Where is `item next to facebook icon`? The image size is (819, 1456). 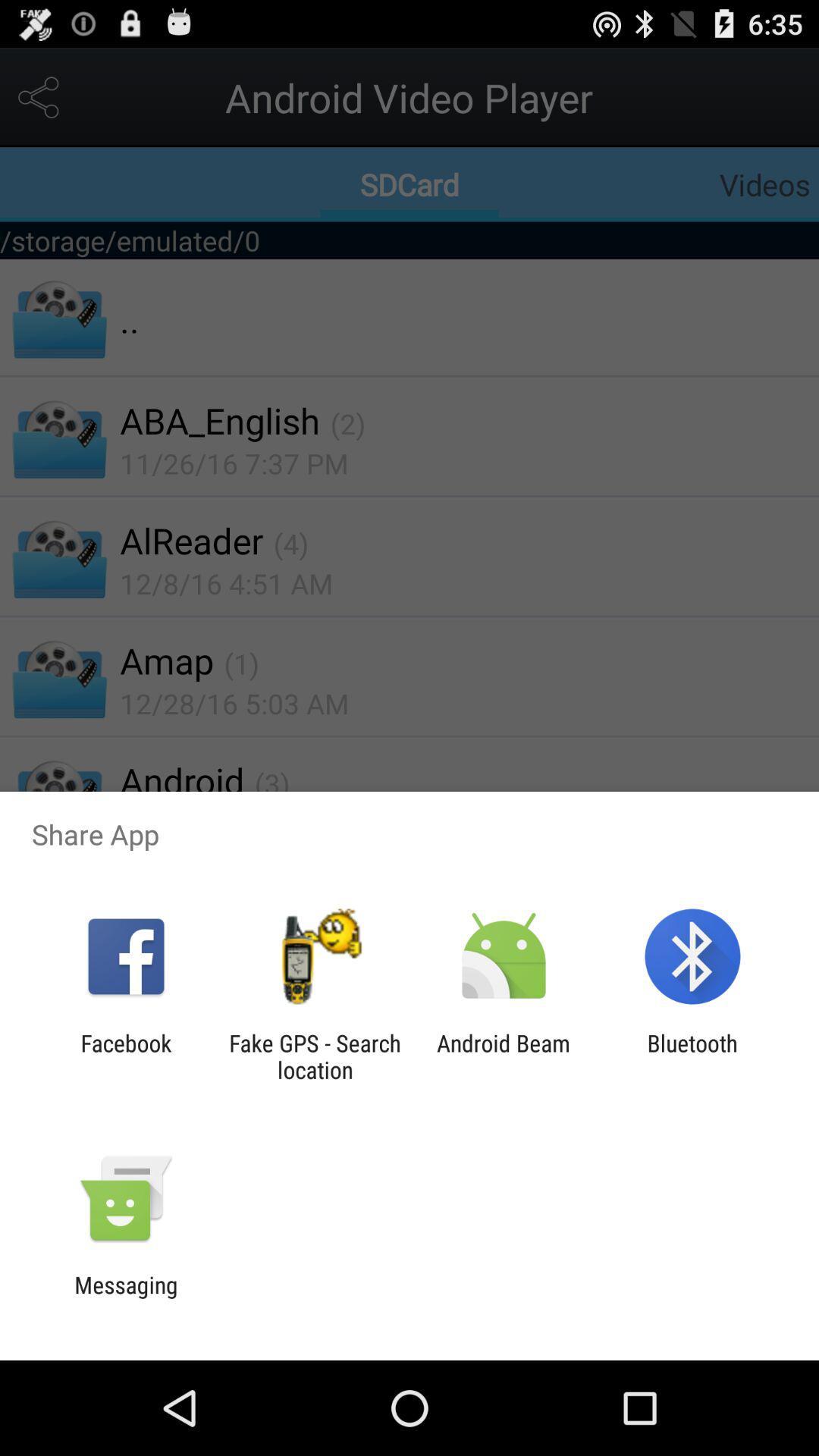
item next to facebook icon is located at coordinates (314, 1056).